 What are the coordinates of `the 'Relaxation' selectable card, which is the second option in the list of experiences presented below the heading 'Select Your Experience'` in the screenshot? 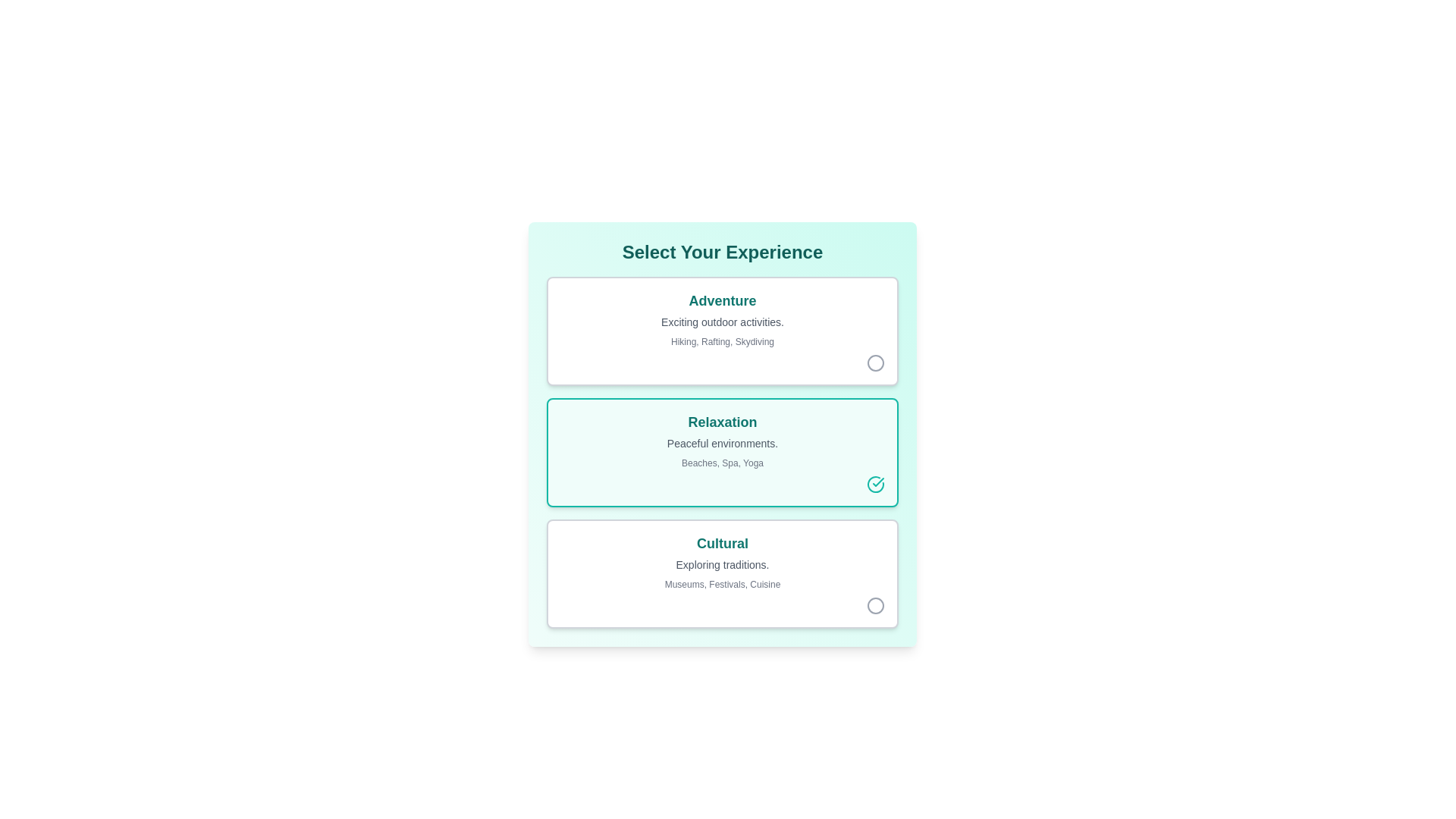 It's located at (722, 452).